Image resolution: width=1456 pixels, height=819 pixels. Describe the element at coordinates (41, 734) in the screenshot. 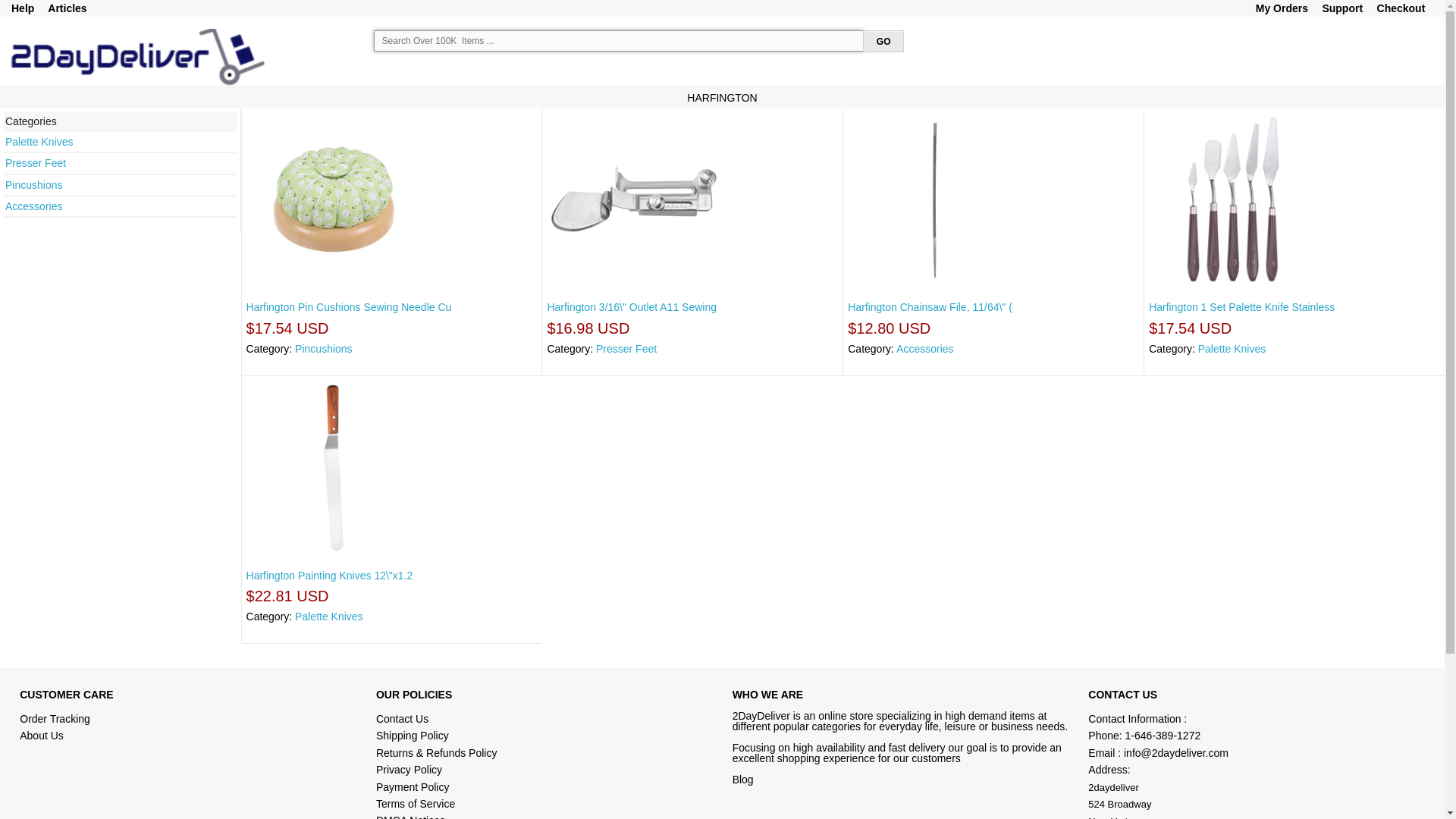

I see `'About Us'` at that location.